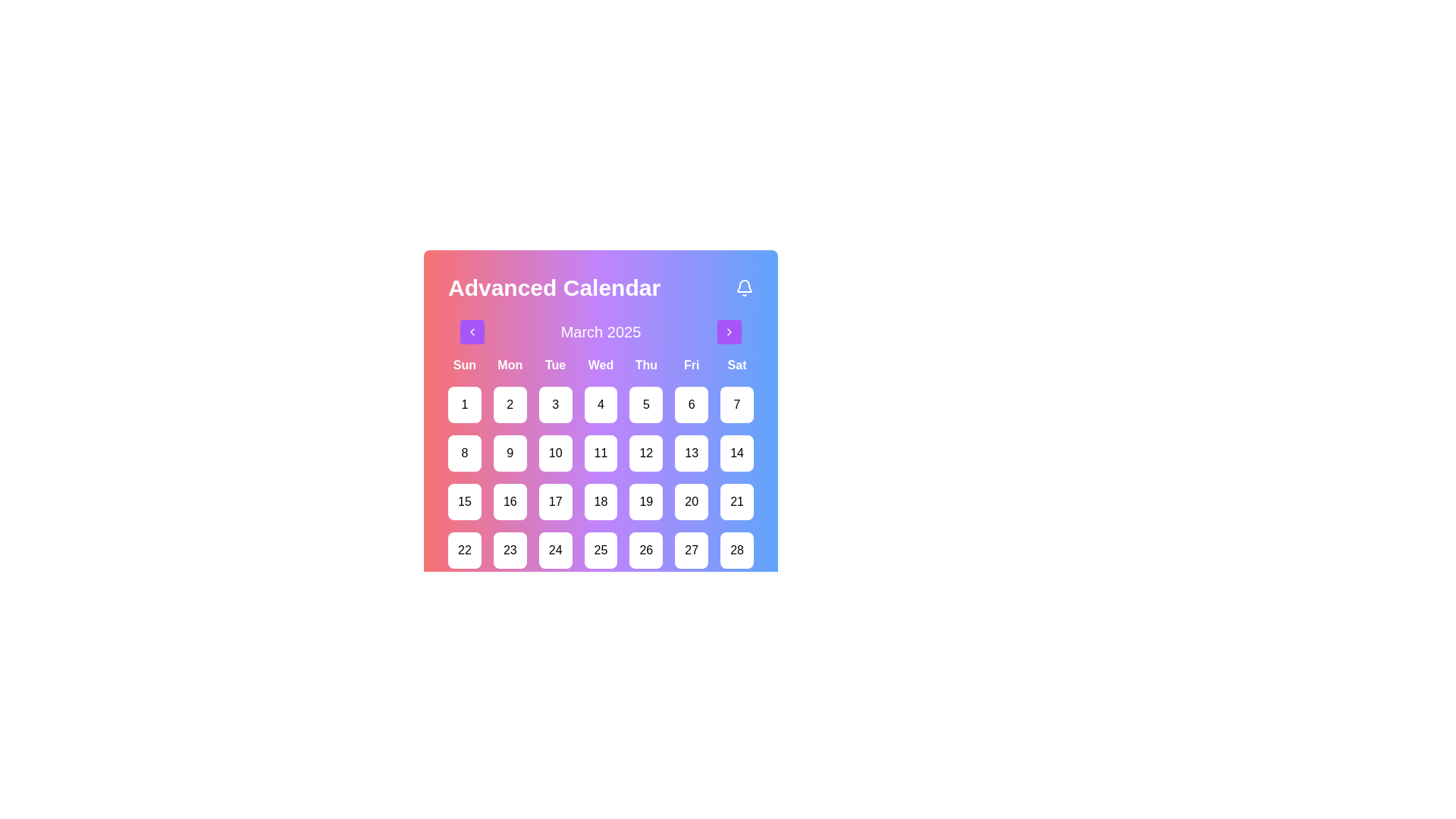 The height and width of the screenshot is (819, 1456). What do you see at coordinates (463, 452) in the screenshot?
I see `the interactive date cell representing the date '8' in the calendar located in the second row under the 'Sun' column` at bounding box center [463, 452].